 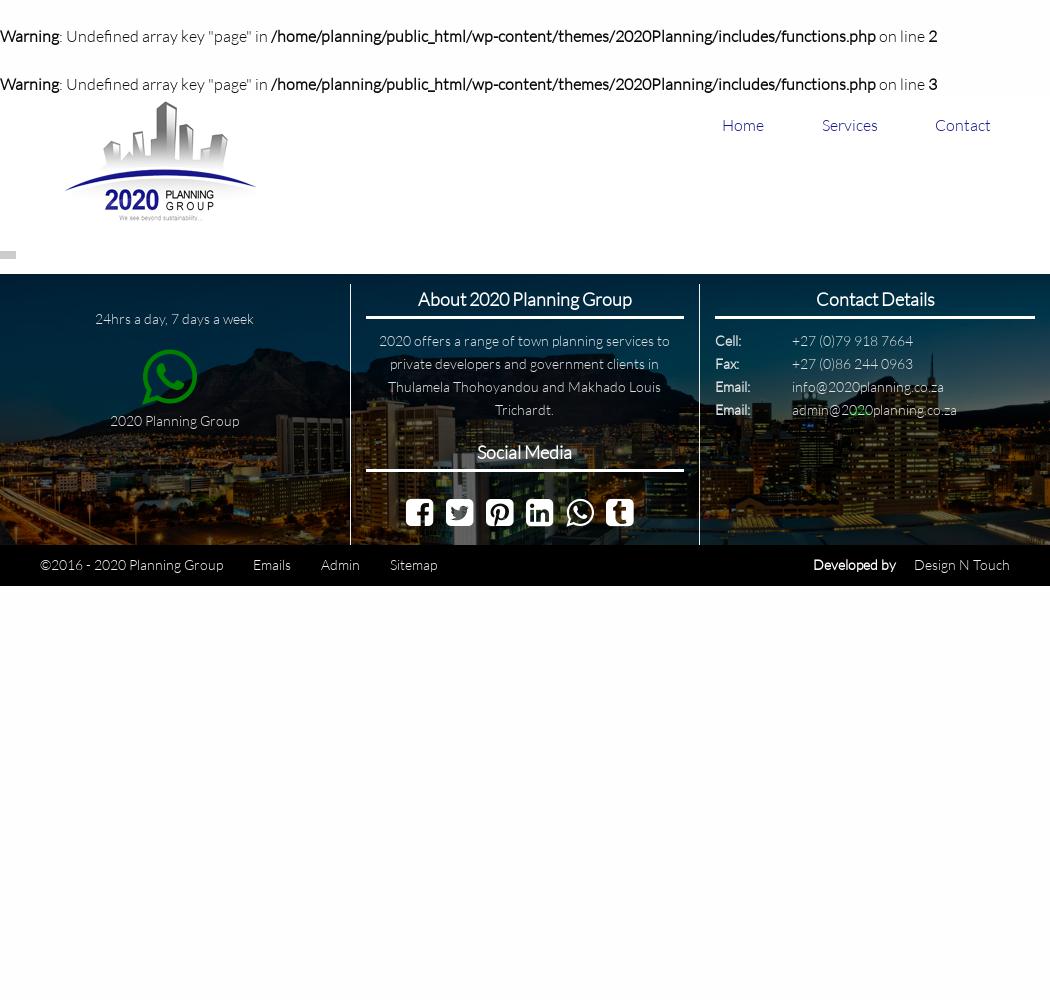 What do you see at coordinates (873, 299) in the screenshot?
I see `'Contact Details'` at bounding box center [873, 299].